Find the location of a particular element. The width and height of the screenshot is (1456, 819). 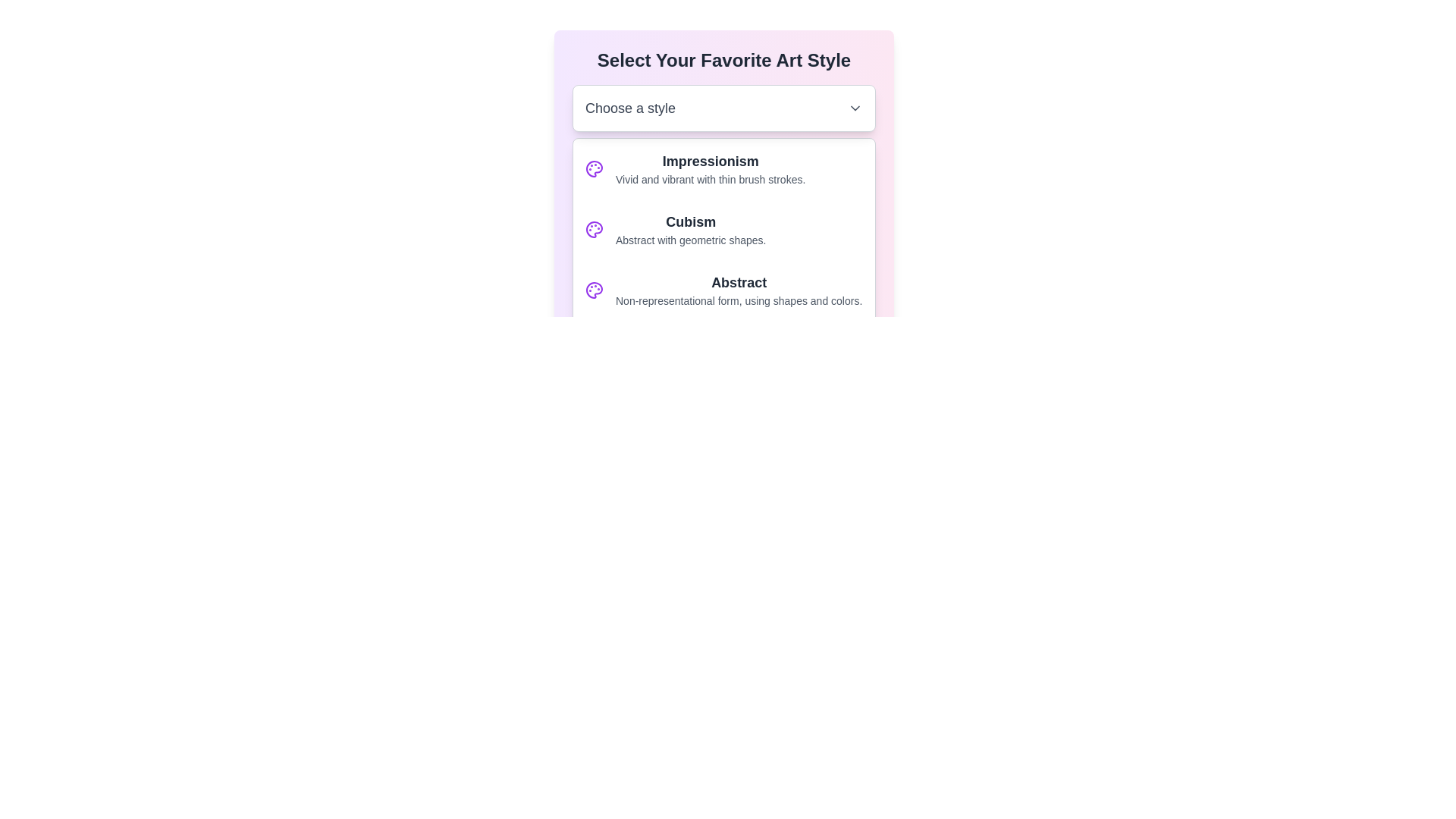

the third option in the dropdown menu labeled 'Choose a style' under the 'Select Your Favorite Art Style' section by clicking on it is located at coordinates (723, 259).